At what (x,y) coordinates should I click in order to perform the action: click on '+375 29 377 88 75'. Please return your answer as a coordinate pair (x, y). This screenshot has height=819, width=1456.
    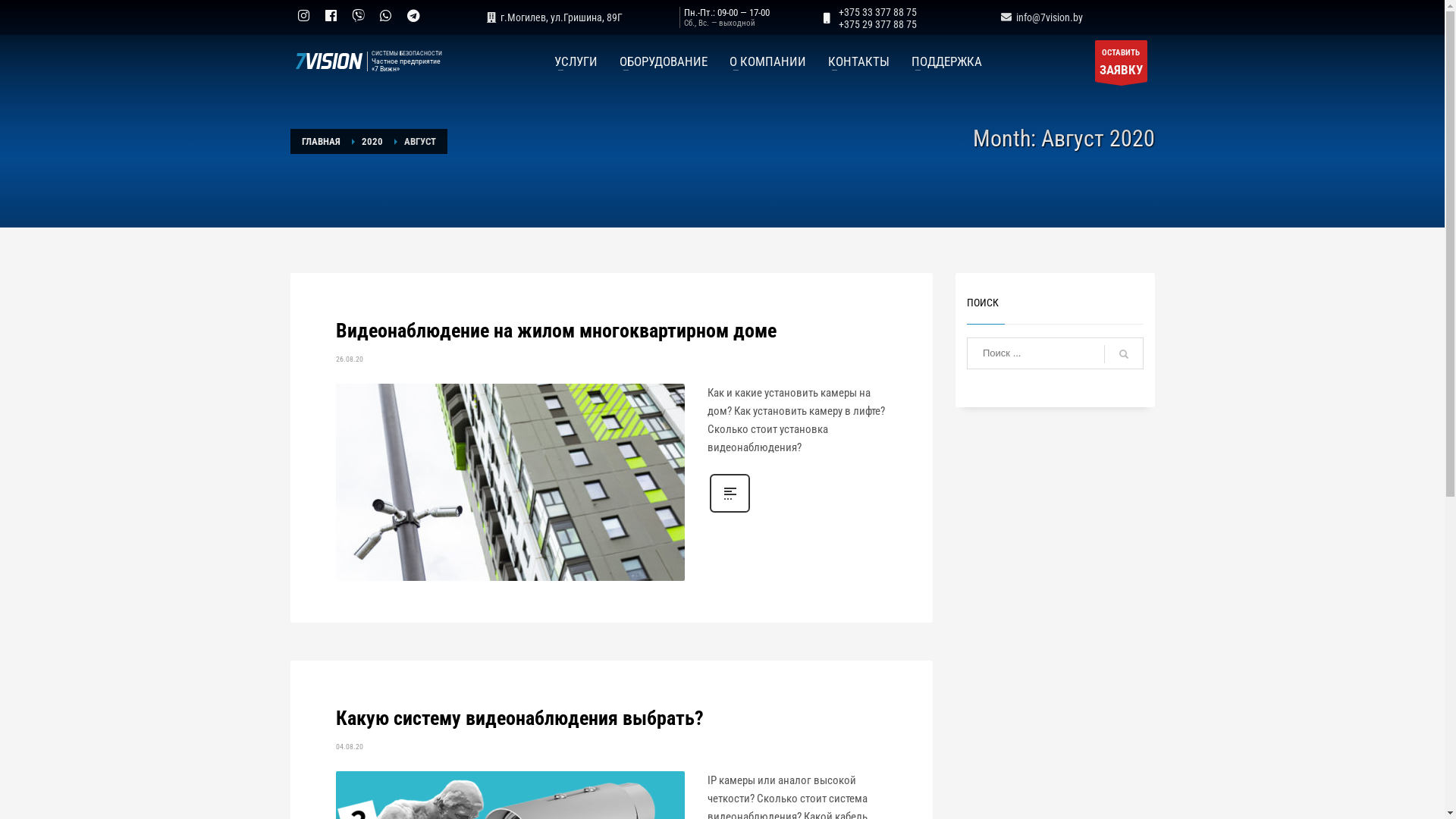
    Looking at the image, I should click on (837, 24).